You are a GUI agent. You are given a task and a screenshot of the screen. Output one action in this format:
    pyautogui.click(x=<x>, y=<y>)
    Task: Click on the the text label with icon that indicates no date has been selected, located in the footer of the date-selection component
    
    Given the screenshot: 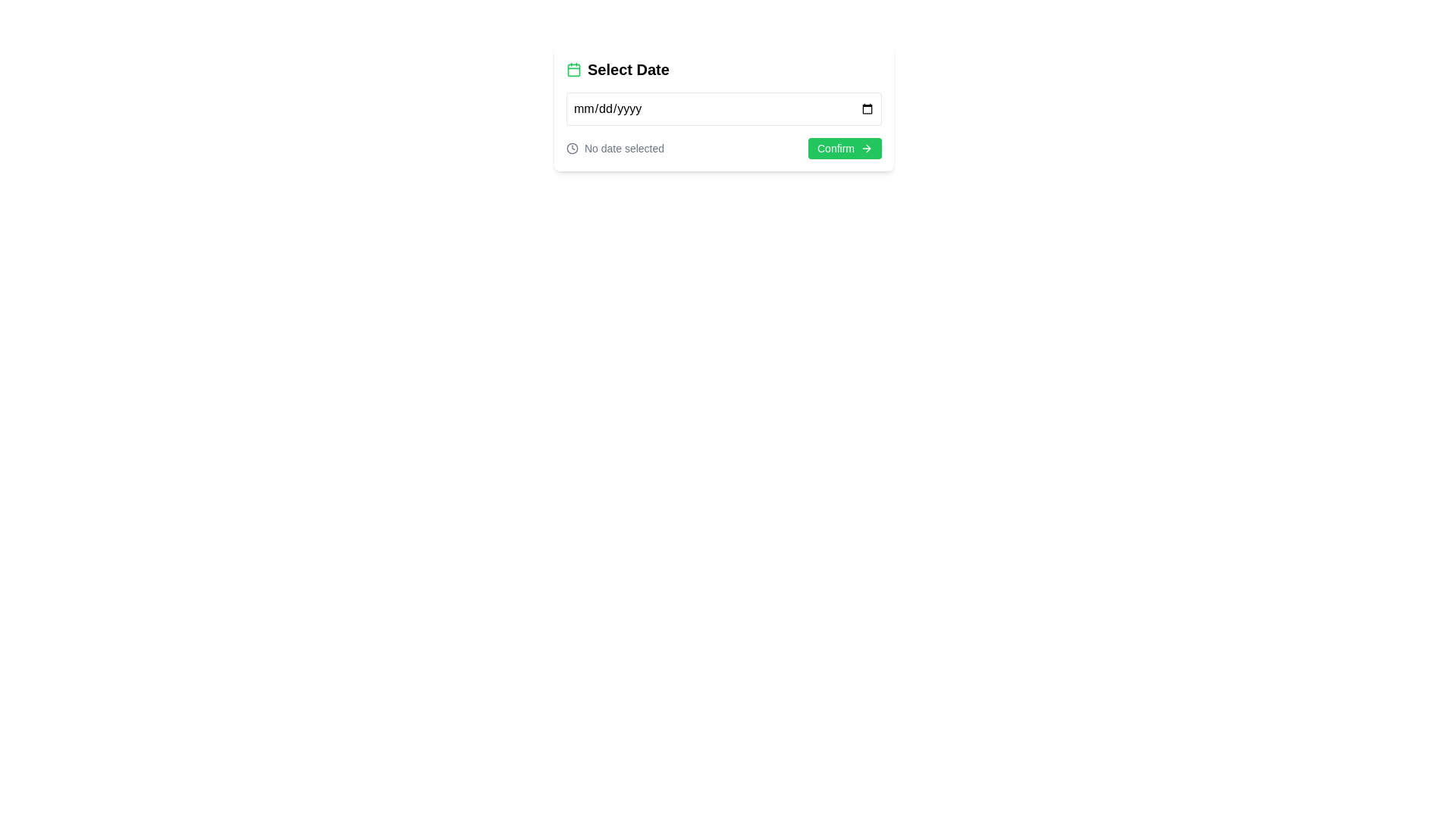 What is the action you would take?
    pyautogui.click(x=615, y=149)
    